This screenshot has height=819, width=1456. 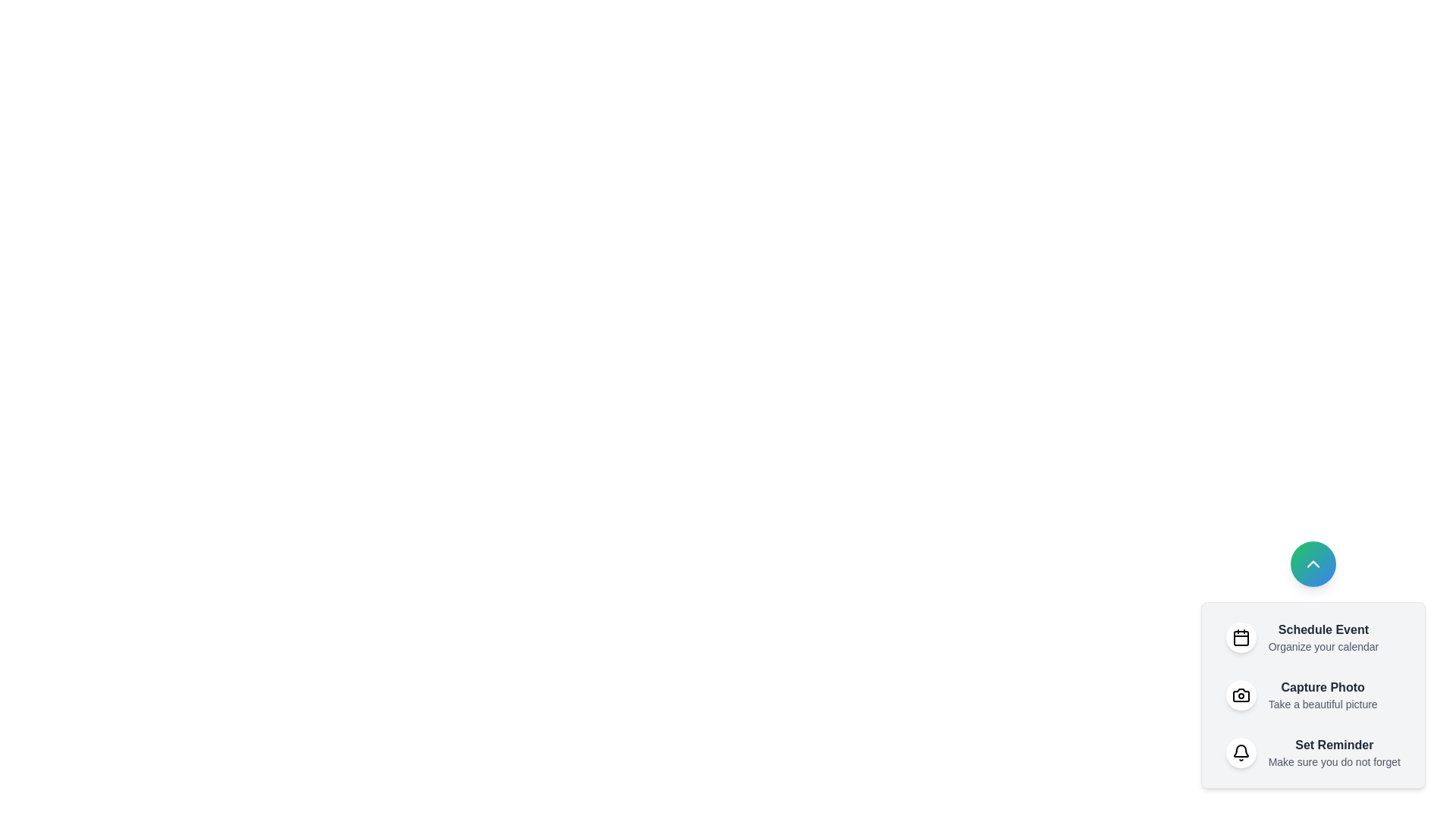 I want to click on the 'Schedule Event' button to organize the calendar, so click(x=1312, y=637).